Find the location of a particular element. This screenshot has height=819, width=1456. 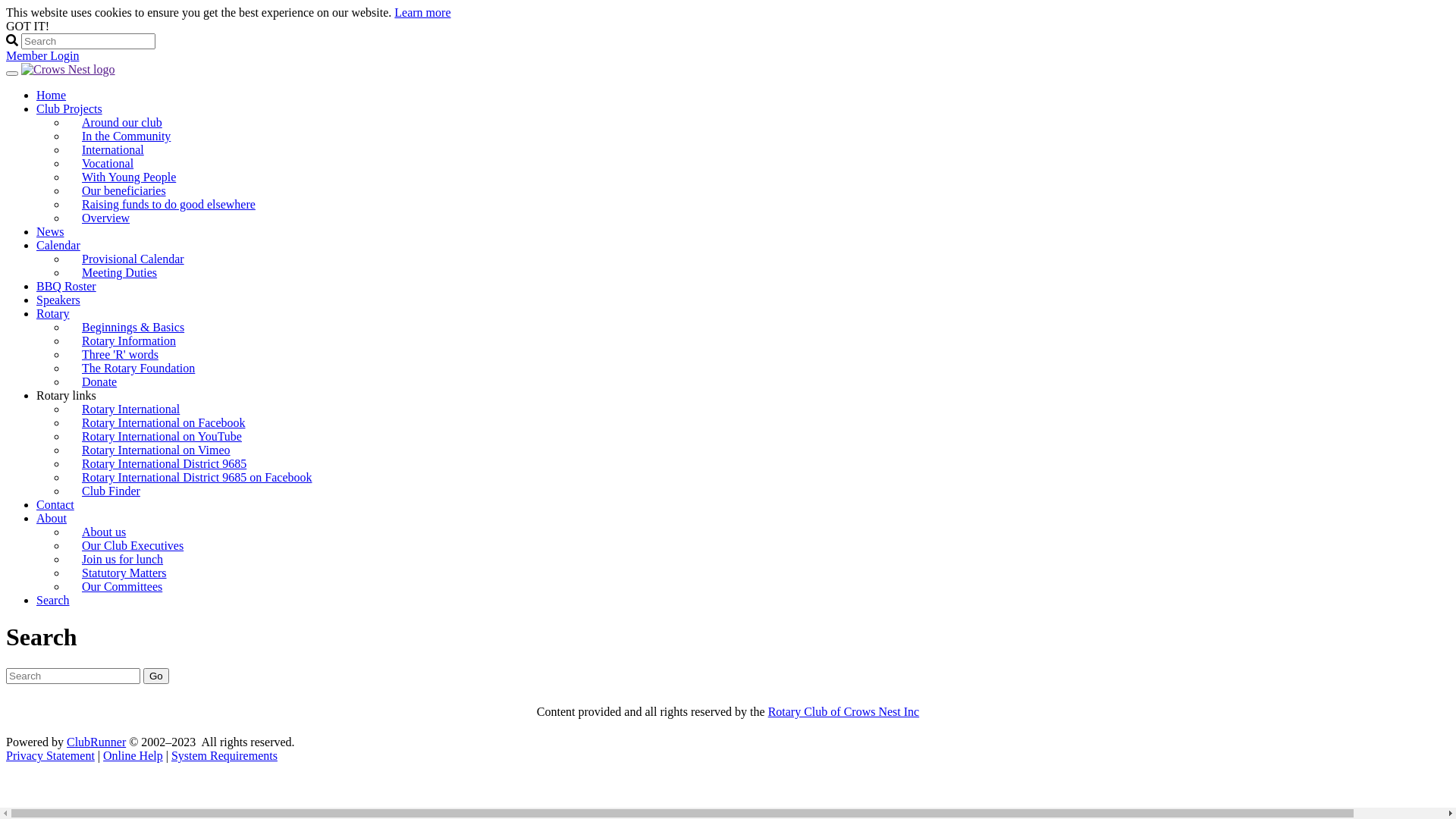

'Our Committees' is located at coordinates (65, 585).